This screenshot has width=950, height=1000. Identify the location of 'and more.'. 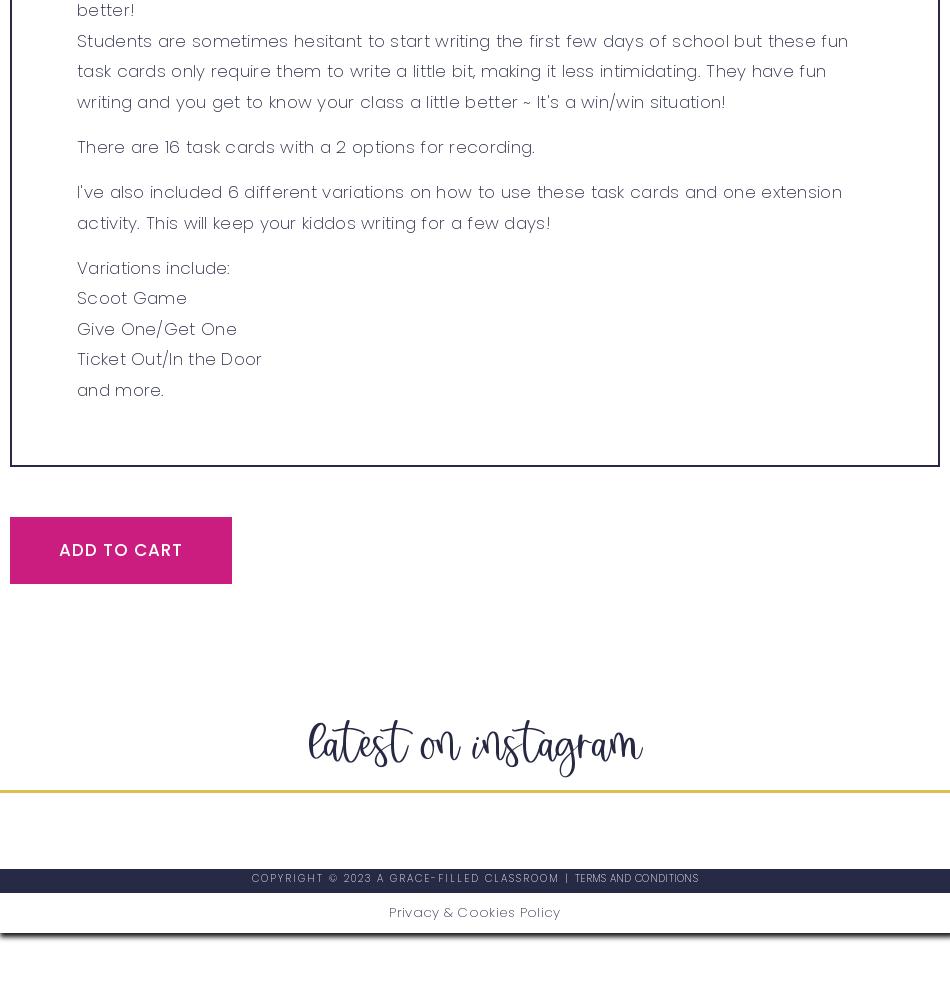
(120, 389).